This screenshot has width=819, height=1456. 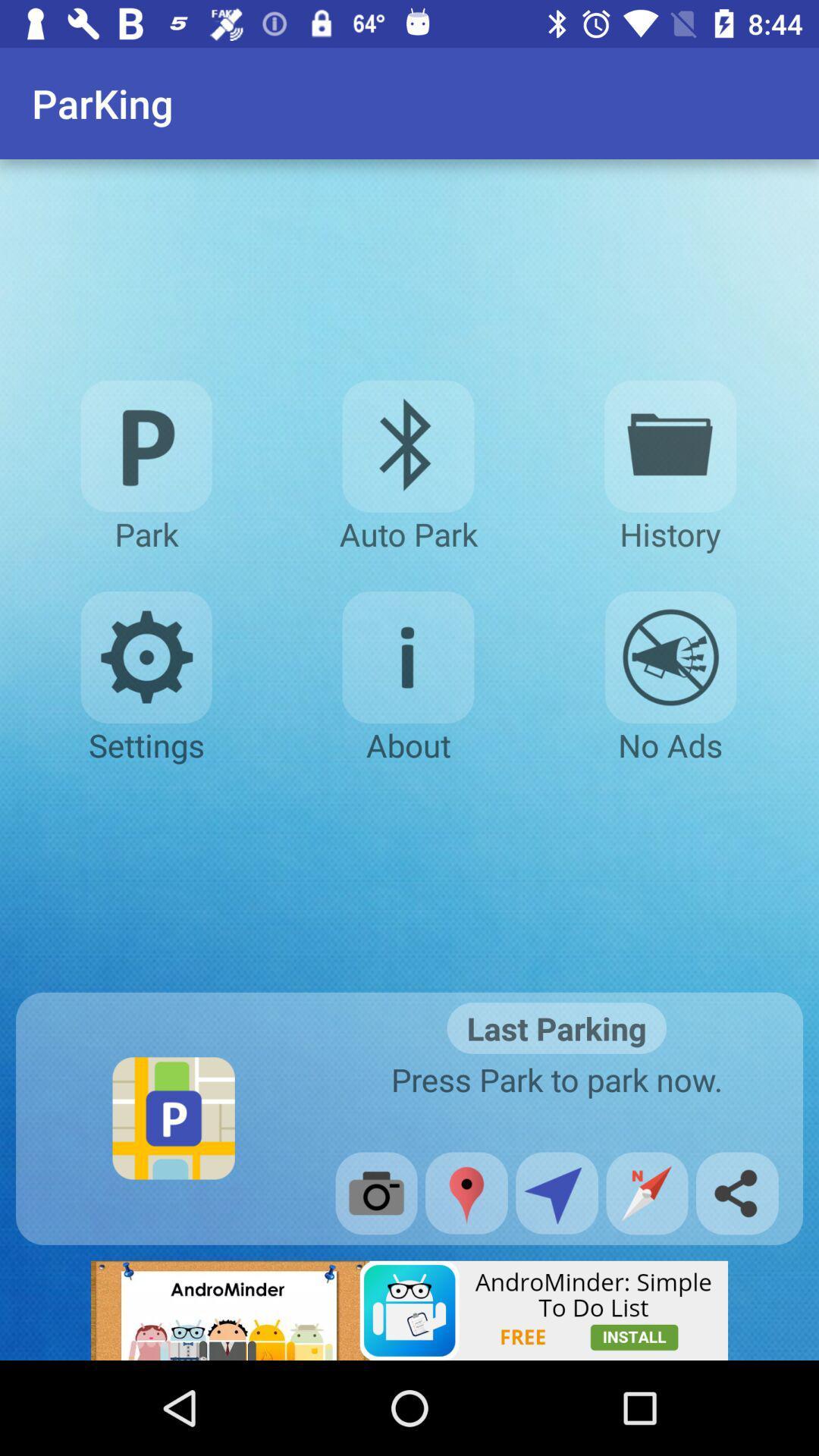 I want to click on click camera, so click(x=375, y=1192).